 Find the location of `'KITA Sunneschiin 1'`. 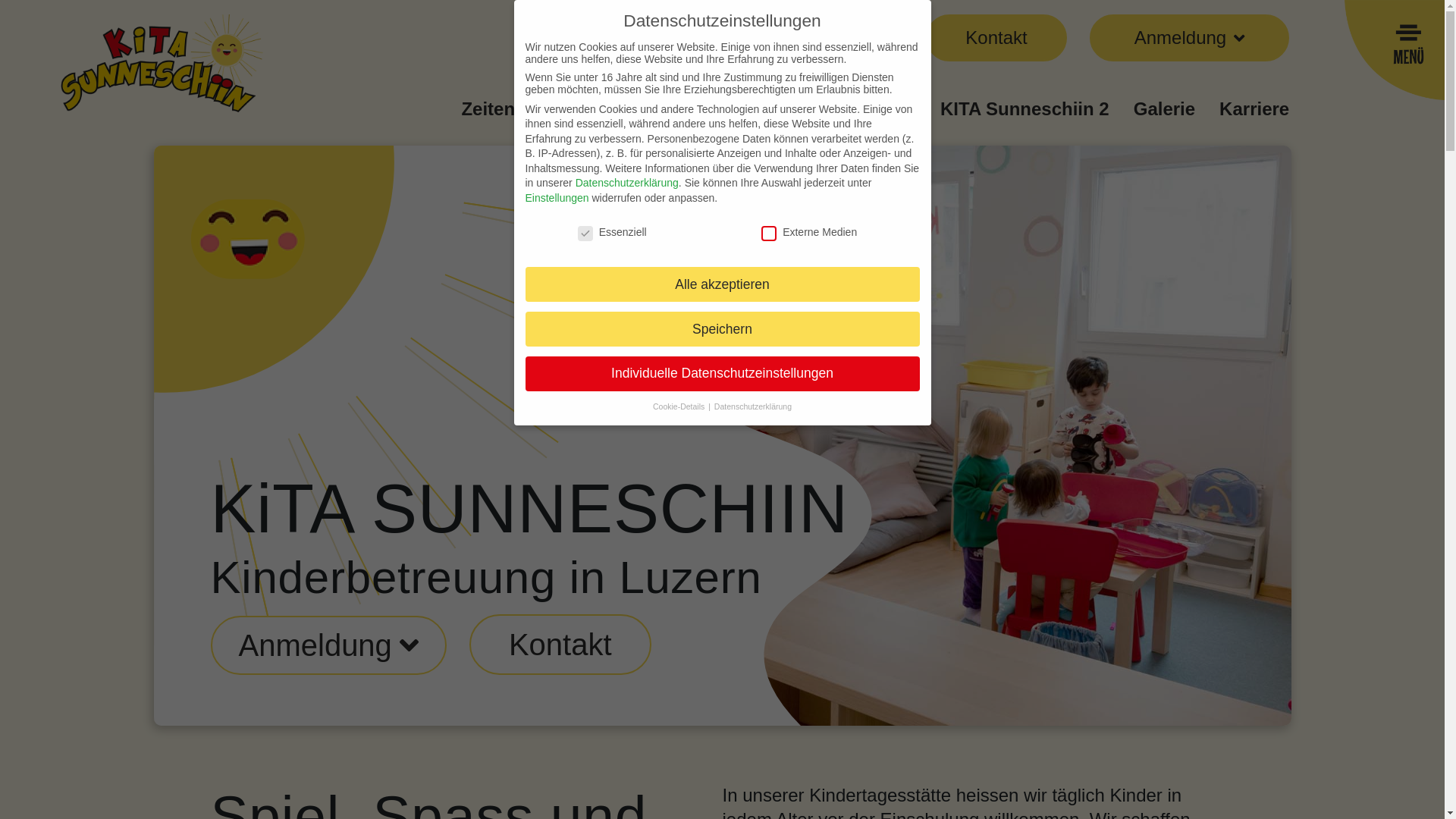

'KITA Sunneschiin 1' is located at coordinates (830, 108).